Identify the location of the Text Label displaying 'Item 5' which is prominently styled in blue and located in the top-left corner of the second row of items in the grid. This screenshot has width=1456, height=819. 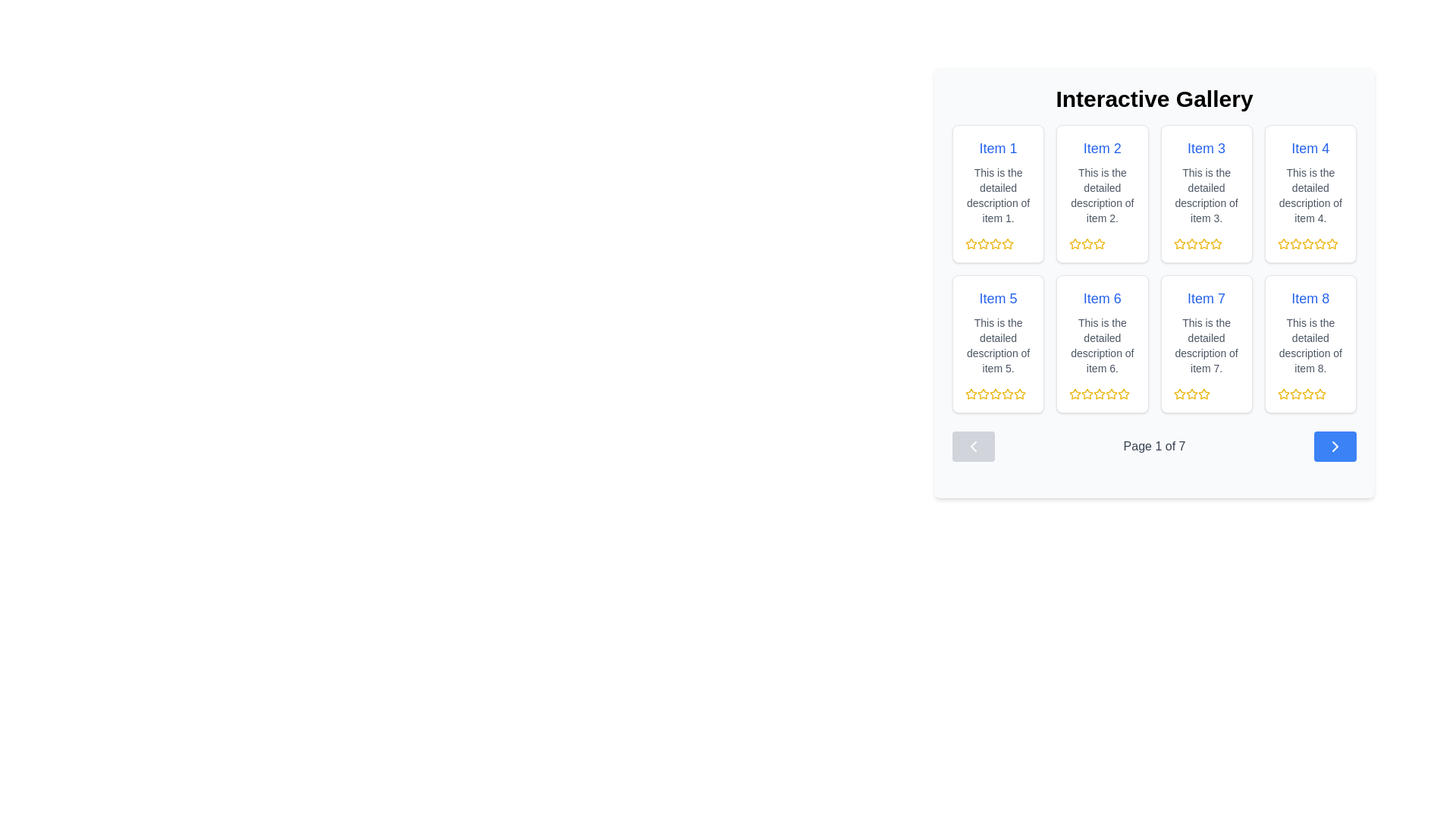
(998, 298).